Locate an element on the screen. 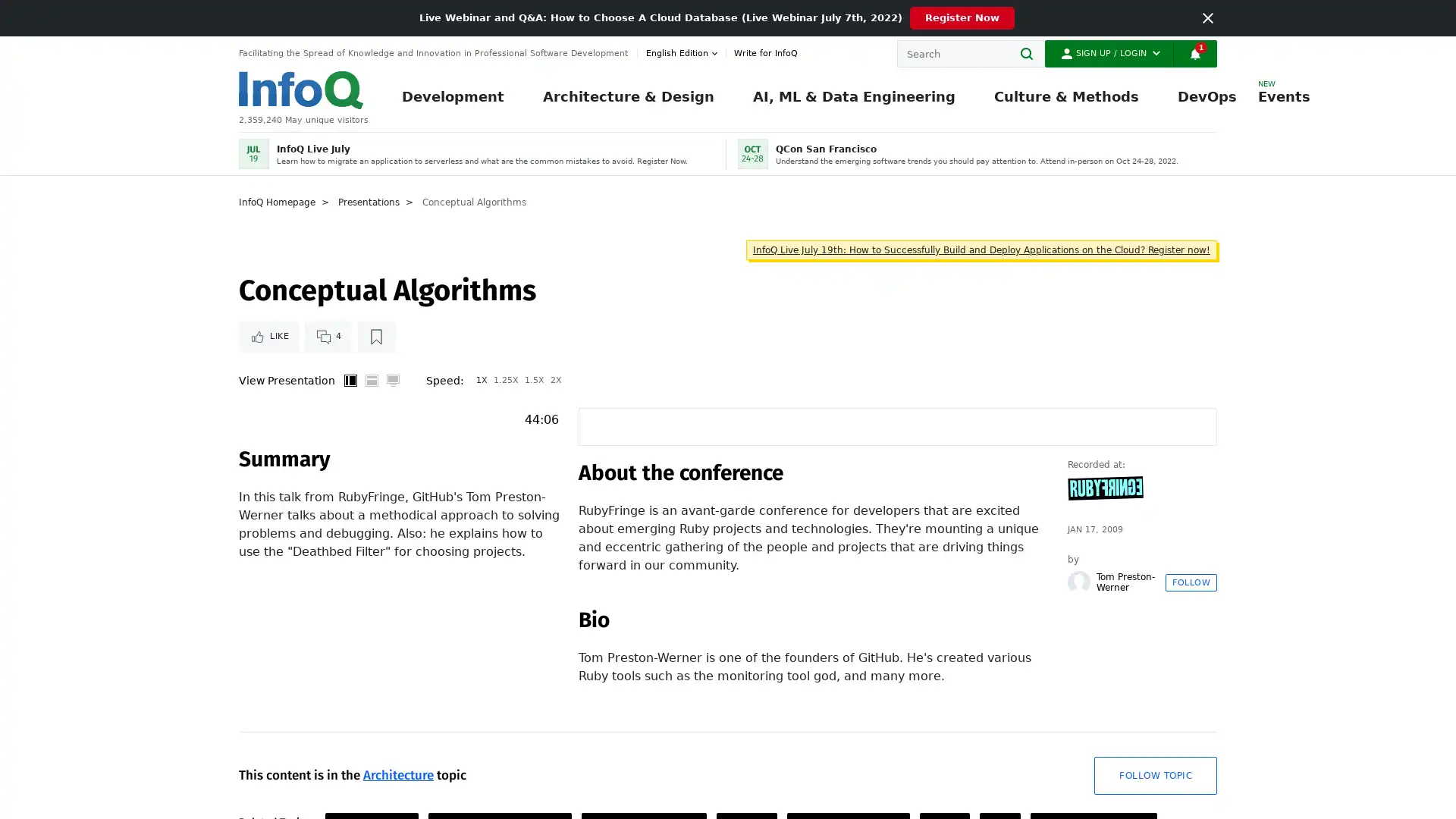 The height and width of the screenshot is (819, 1456). Like is located at coordinates (268, 379).